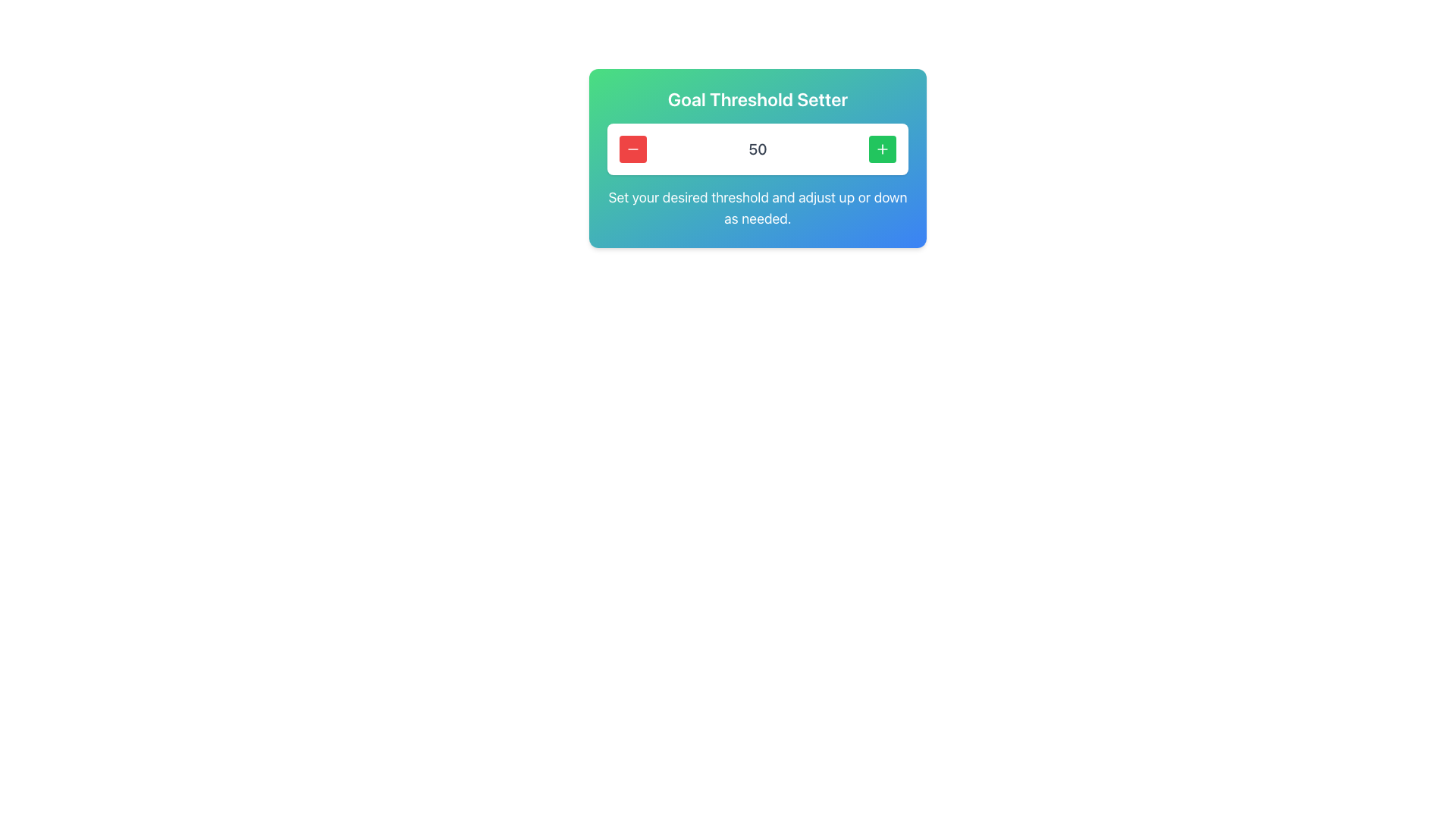 The height and width of the screenshot is (819, 1456). What do you see at coordinates (758, 208) in the screenshot?
I see `the static text that reads 'Set your desired threshold and adjust up or down as needed.', which is styled in white, large font and is centrally placed beneath the main content` at bounding box center [758, 208].